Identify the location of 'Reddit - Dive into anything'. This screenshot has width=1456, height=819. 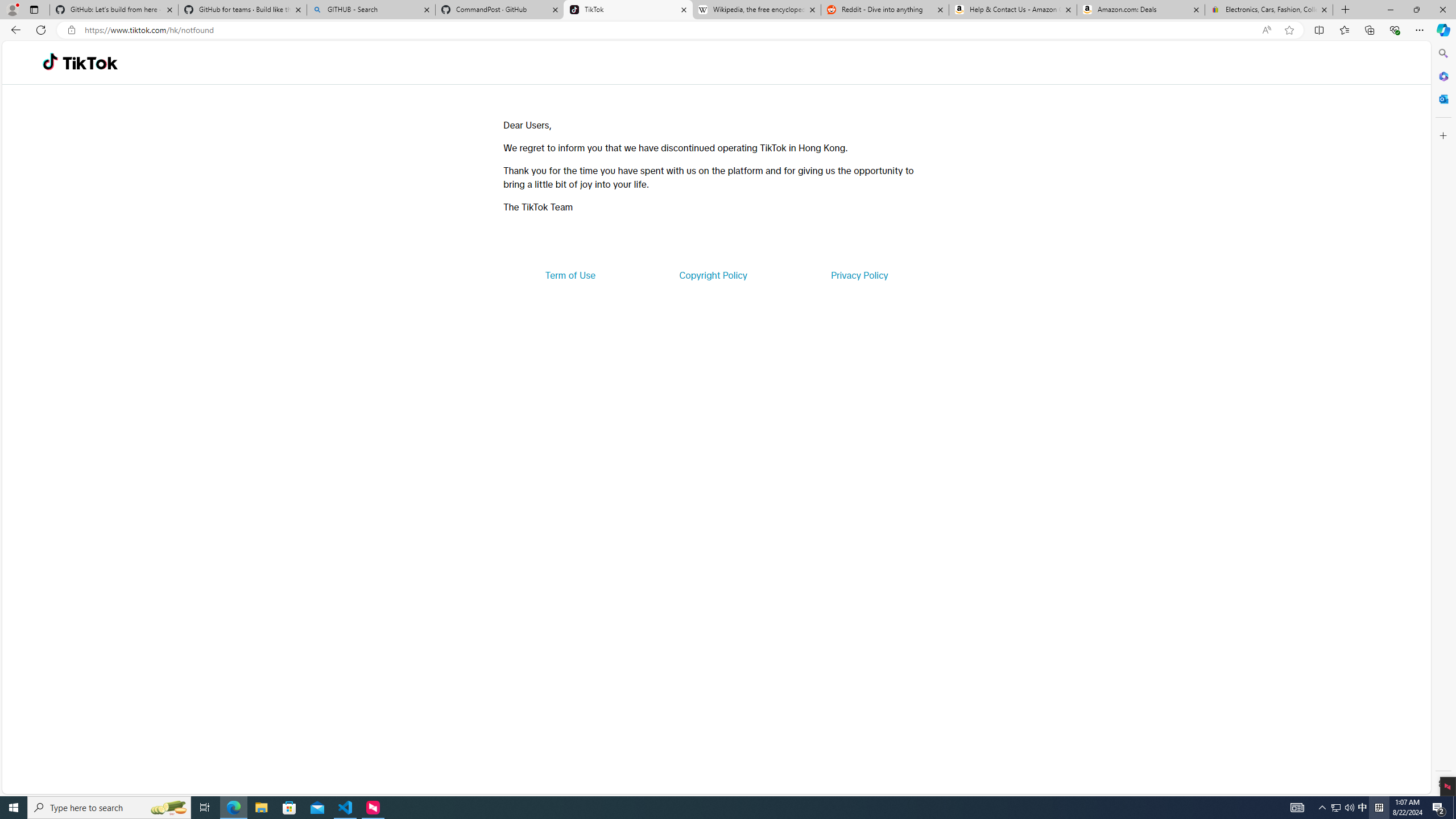
(885, 9).